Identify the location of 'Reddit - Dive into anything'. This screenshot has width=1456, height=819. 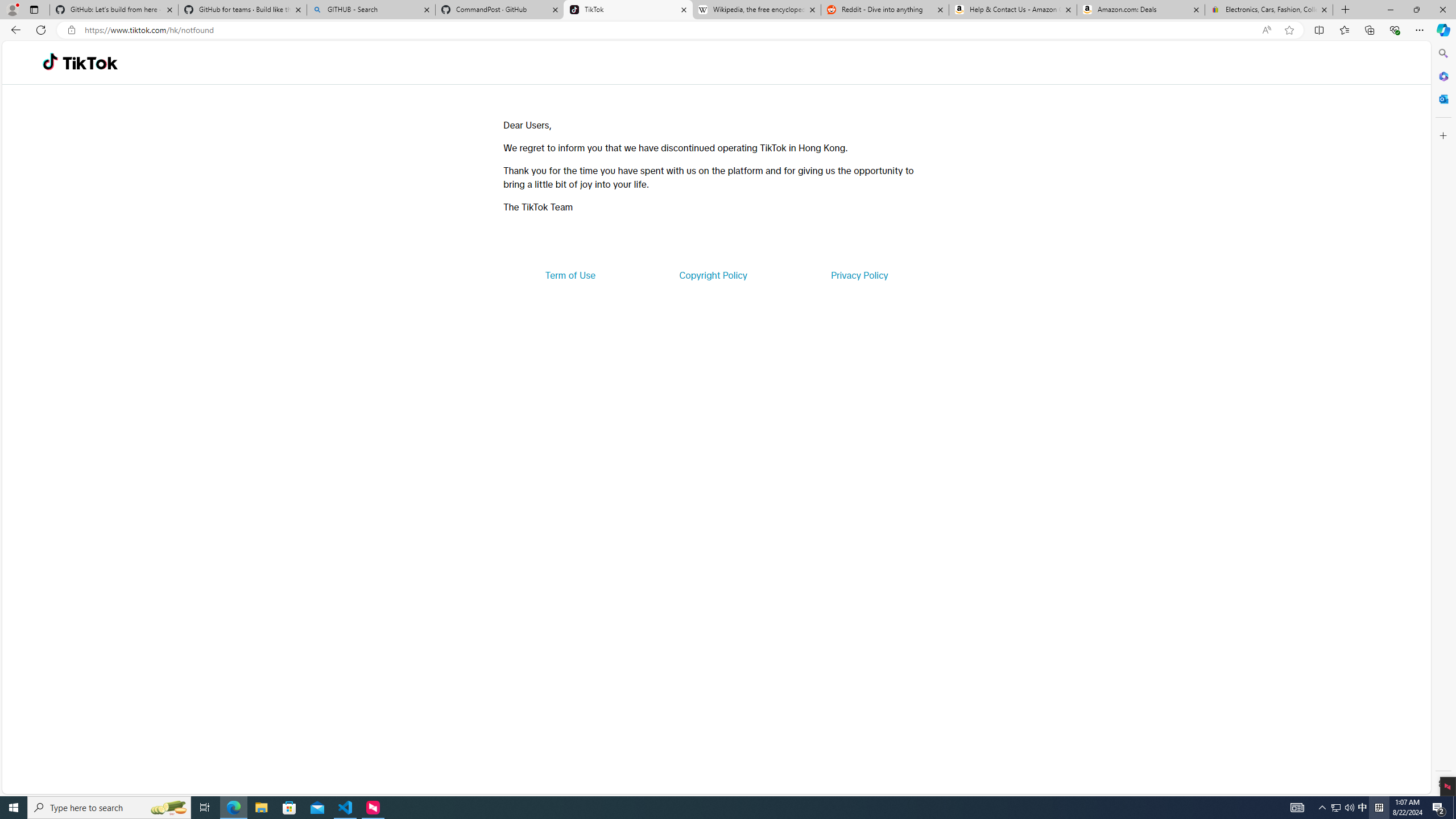
(885, 9).